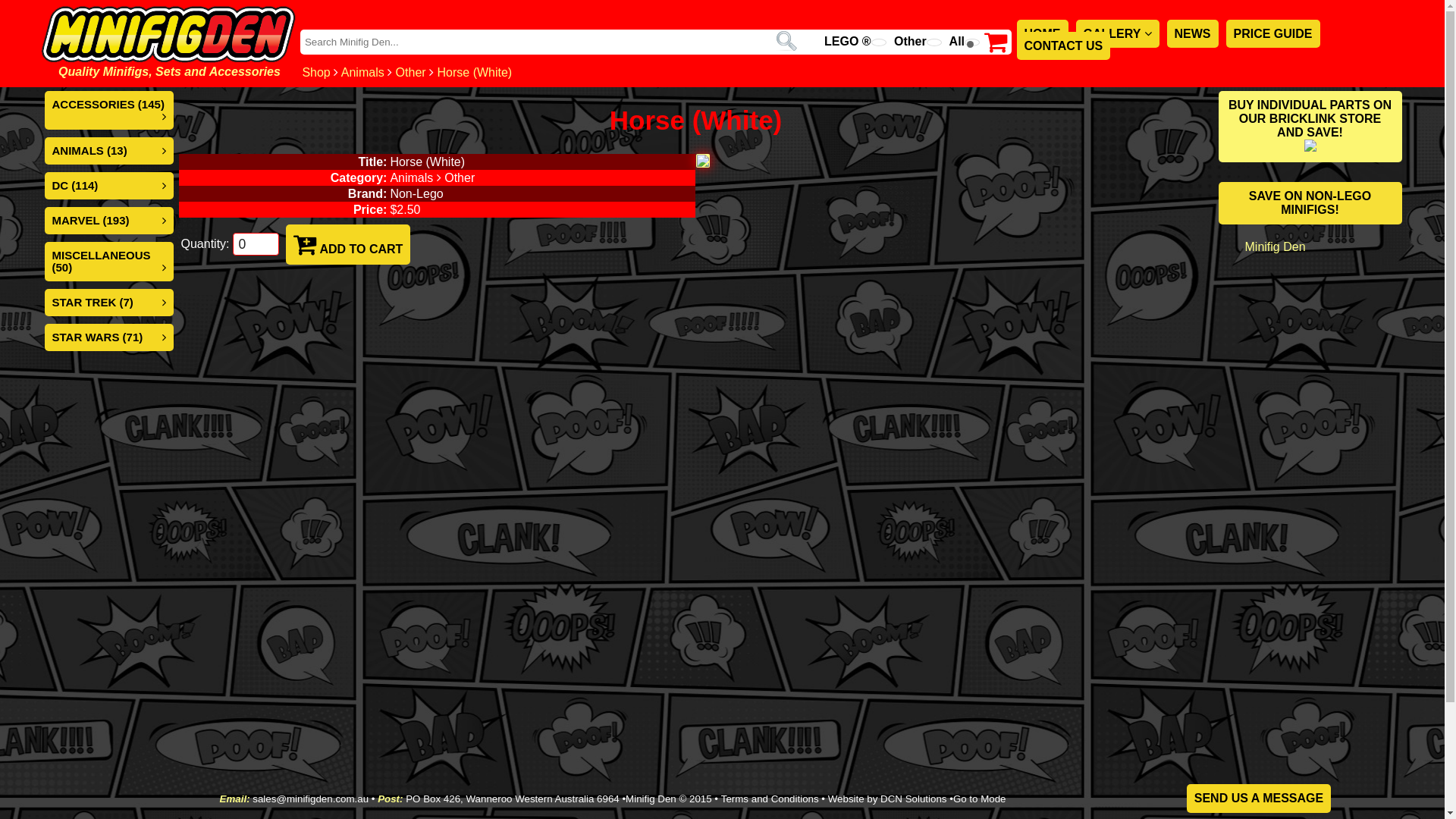 This screenshot has width=1456, height=819. Describe the element at coordinates (1117, 33) in the screenshot. I see `'GALLERY'` at that location.